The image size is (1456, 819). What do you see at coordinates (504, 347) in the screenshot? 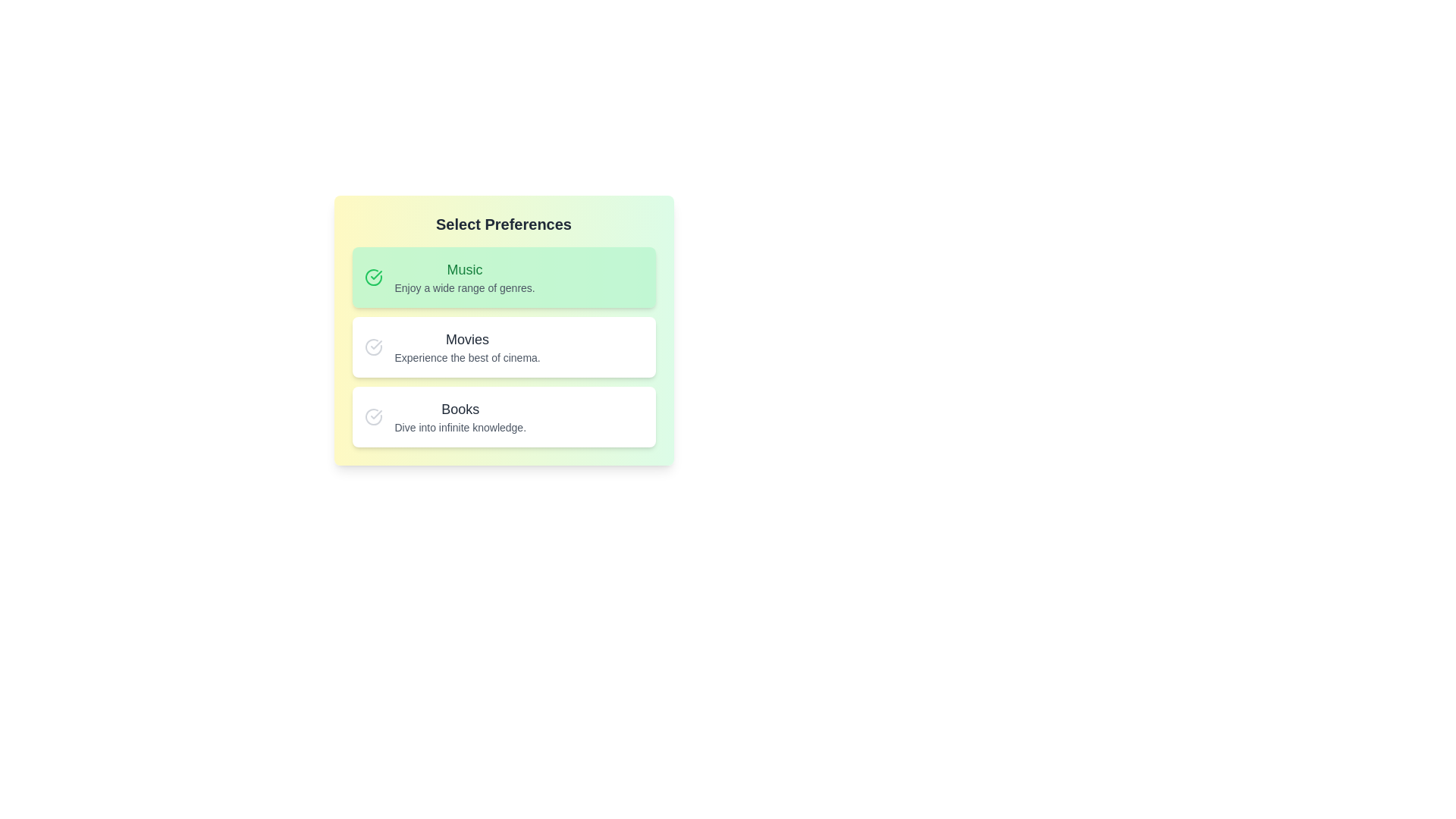
I see `the preference Movies` at bounding box center [504, 347].